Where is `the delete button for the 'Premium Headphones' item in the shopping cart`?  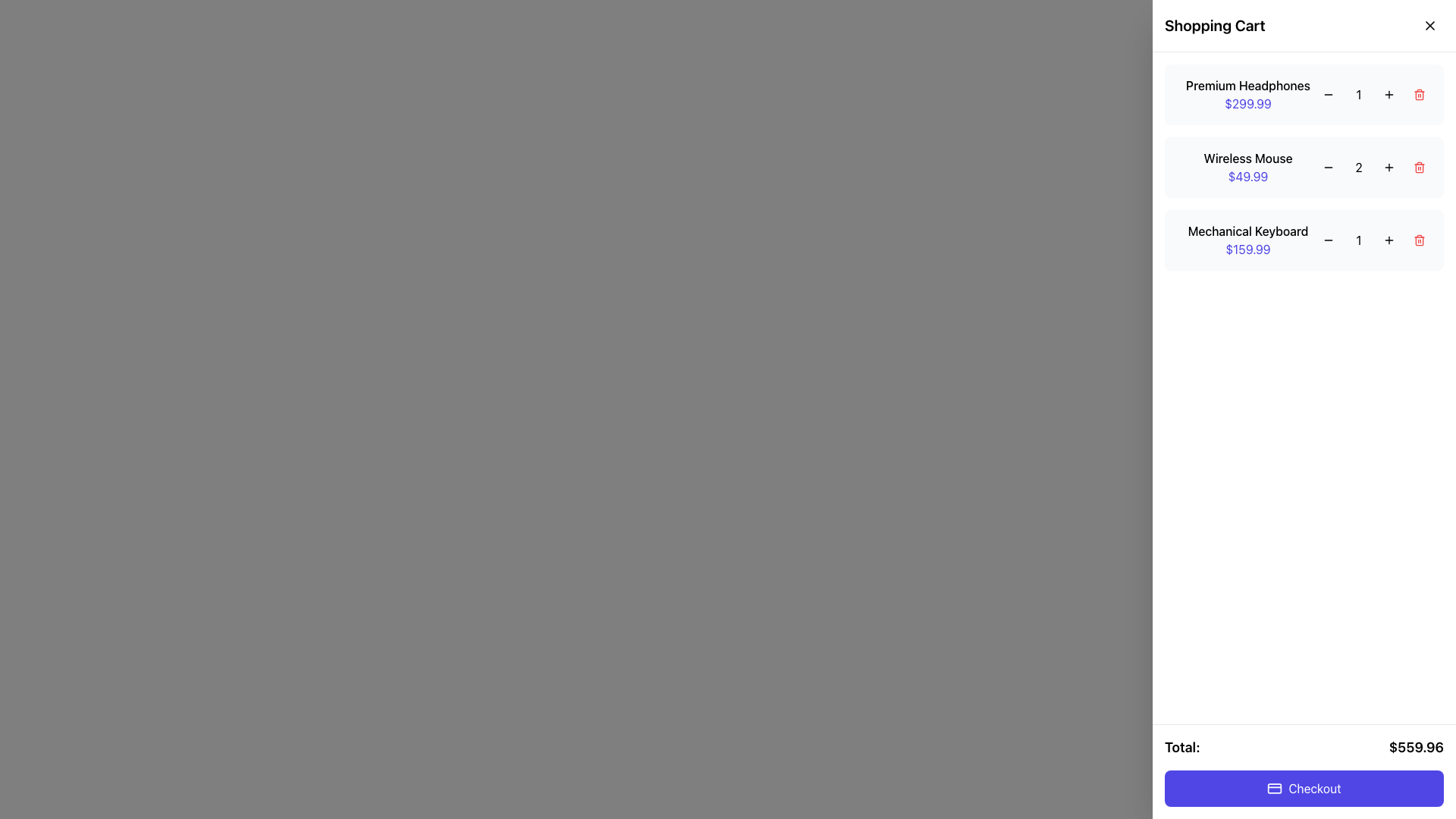
the delete button for the 'Premium Headphones' item in the shopping cart is located at coordinates (1419, 94).